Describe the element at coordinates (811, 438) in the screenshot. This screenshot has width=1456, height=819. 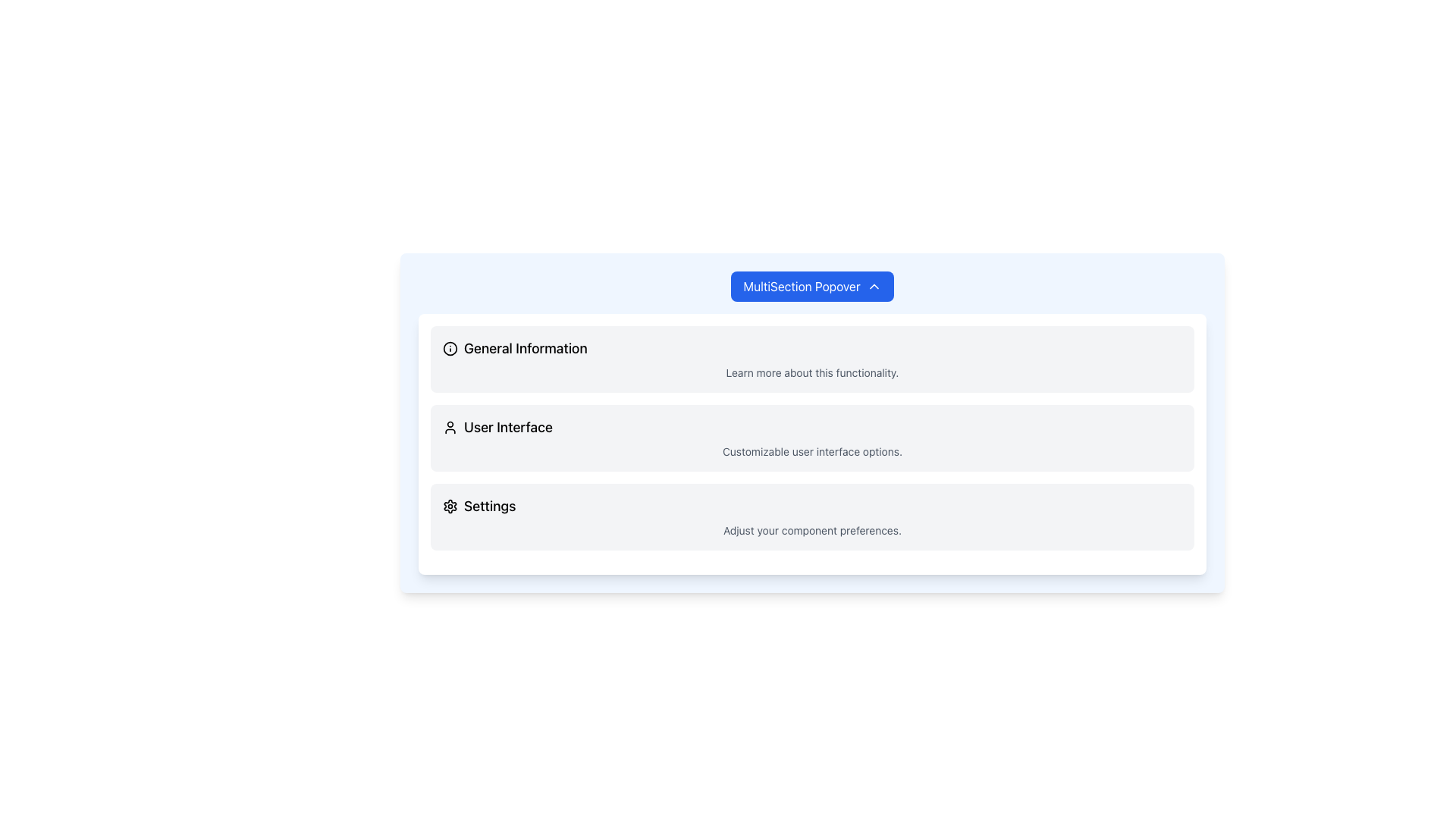
I see `information from the second informational section located between the 'General Information' and 'Settings' sections` at that location.